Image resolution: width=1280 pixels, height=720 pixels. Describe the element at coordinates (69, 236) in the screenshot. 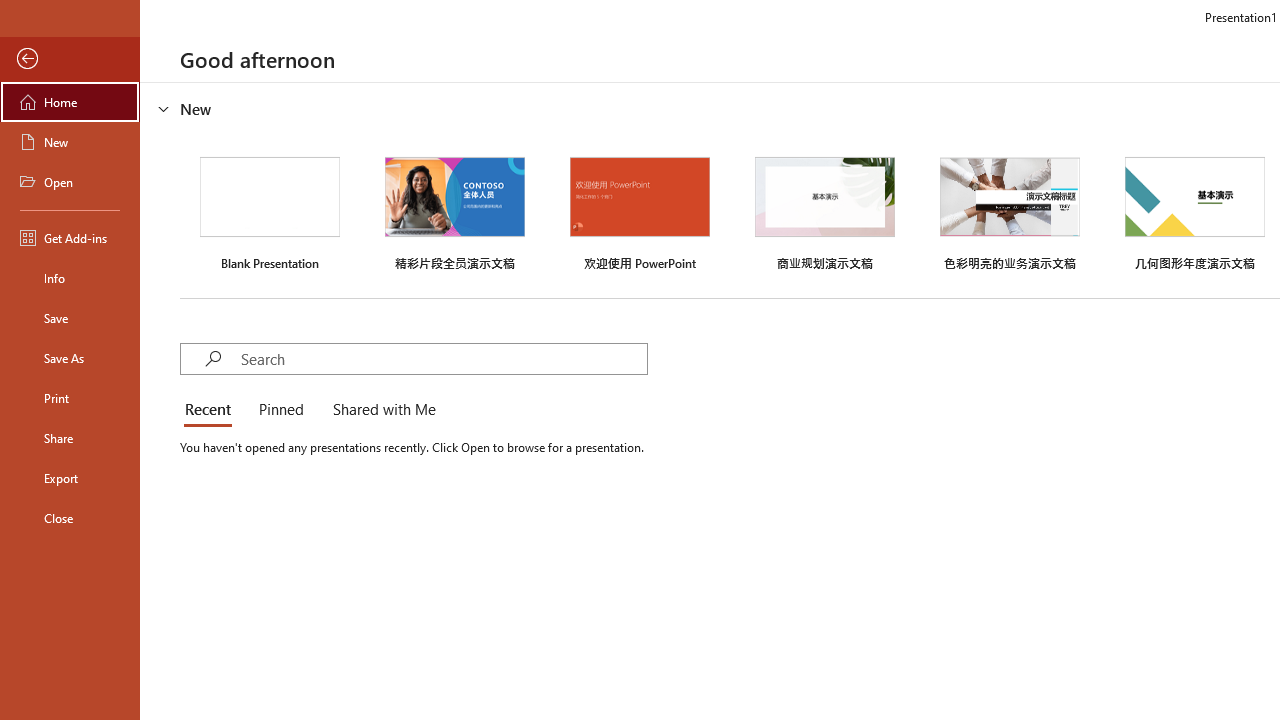

I see `'Get Add-ins'` at that location.